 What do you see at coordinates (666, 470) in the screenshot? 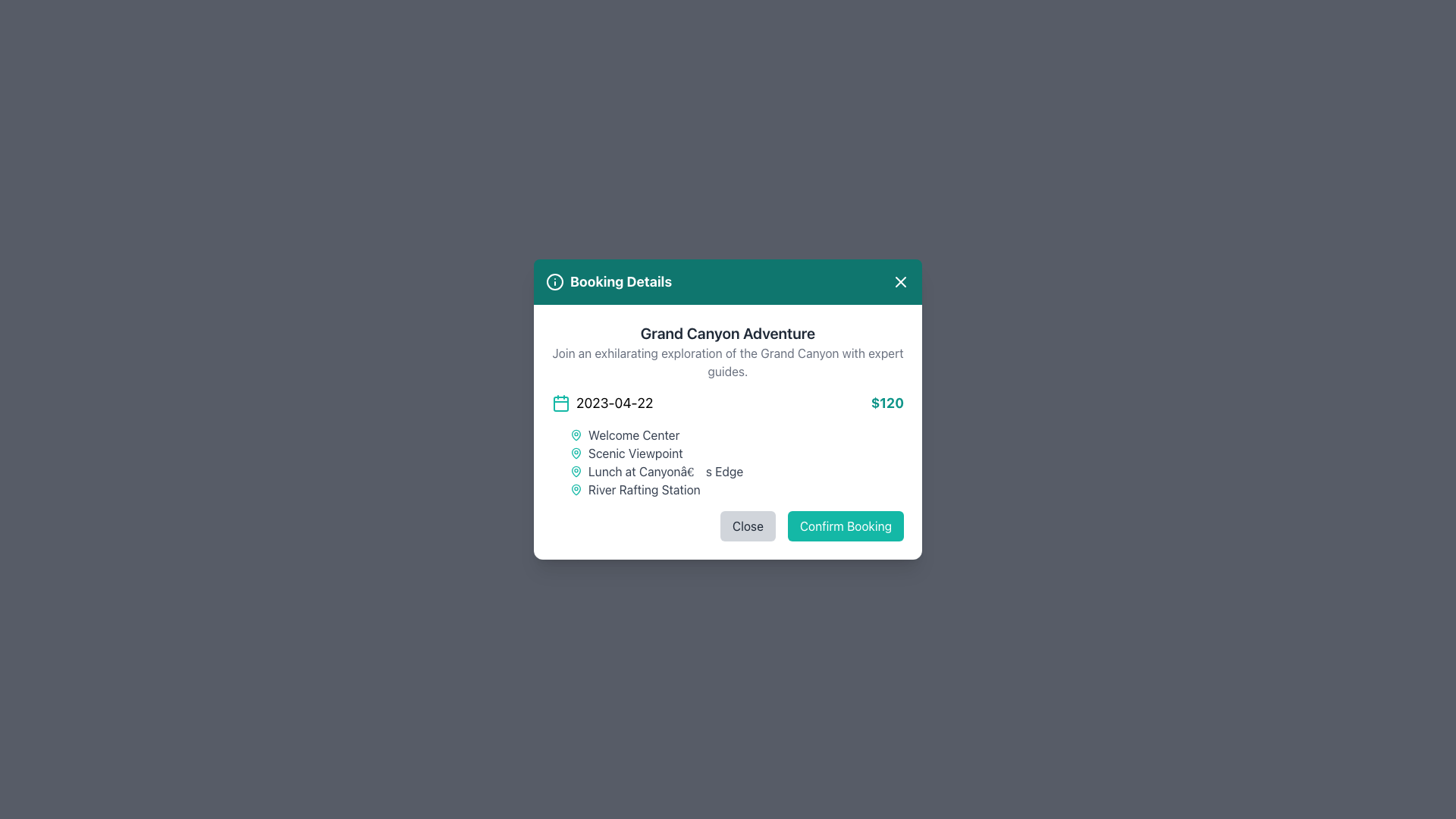
I see `the text label 'Lunch at Canyon’s Edge', which is the third item in a vertical list of text labels, positioned slightly to the right of a map pin icon` at bounding box center [666, 470].